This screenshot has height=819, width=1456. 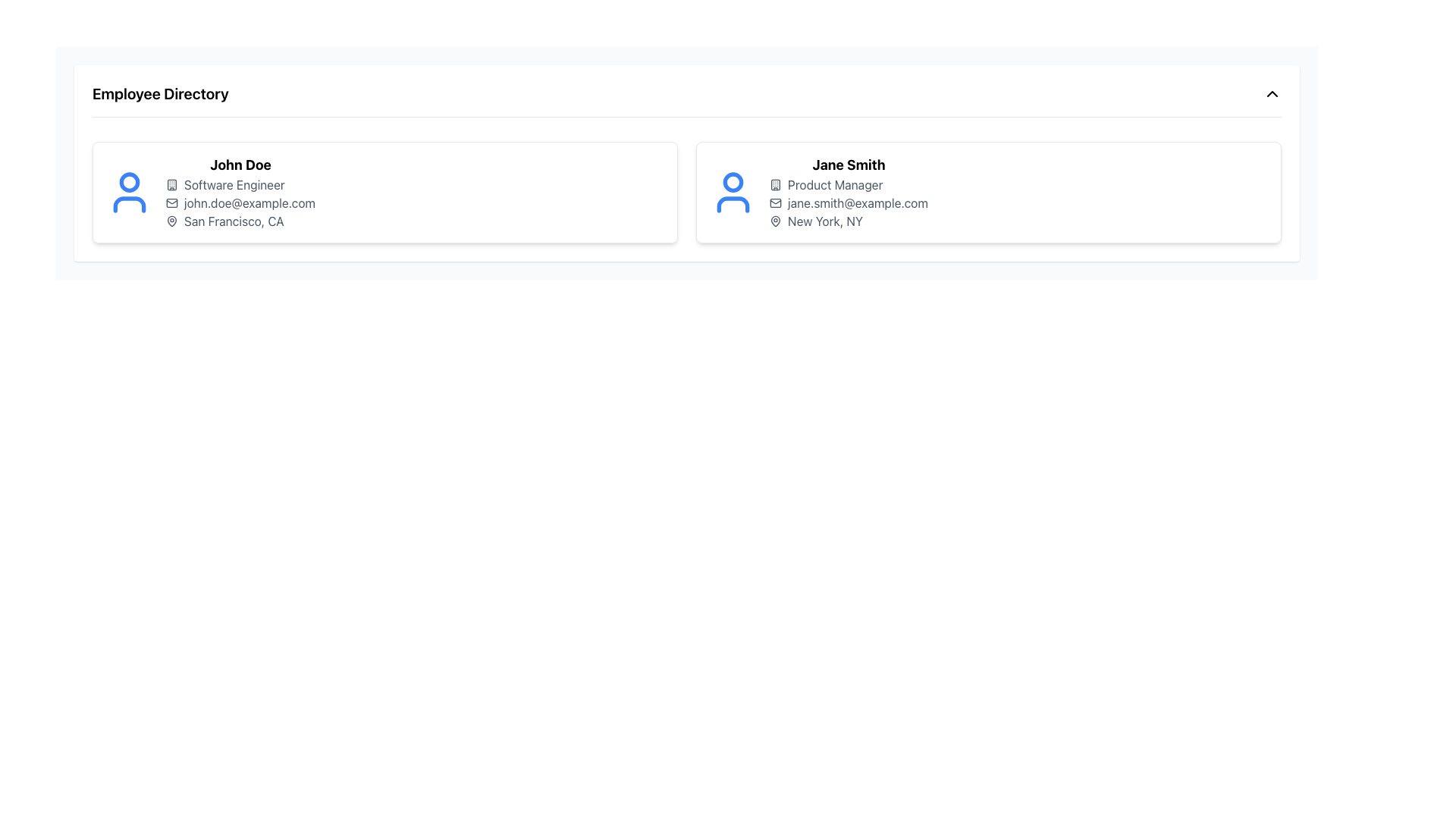 I want to click on the lower part of the user avatar icon, which is styled in blue and located in the right card next to the text about Jane Smith, so click(x=733, y=205).